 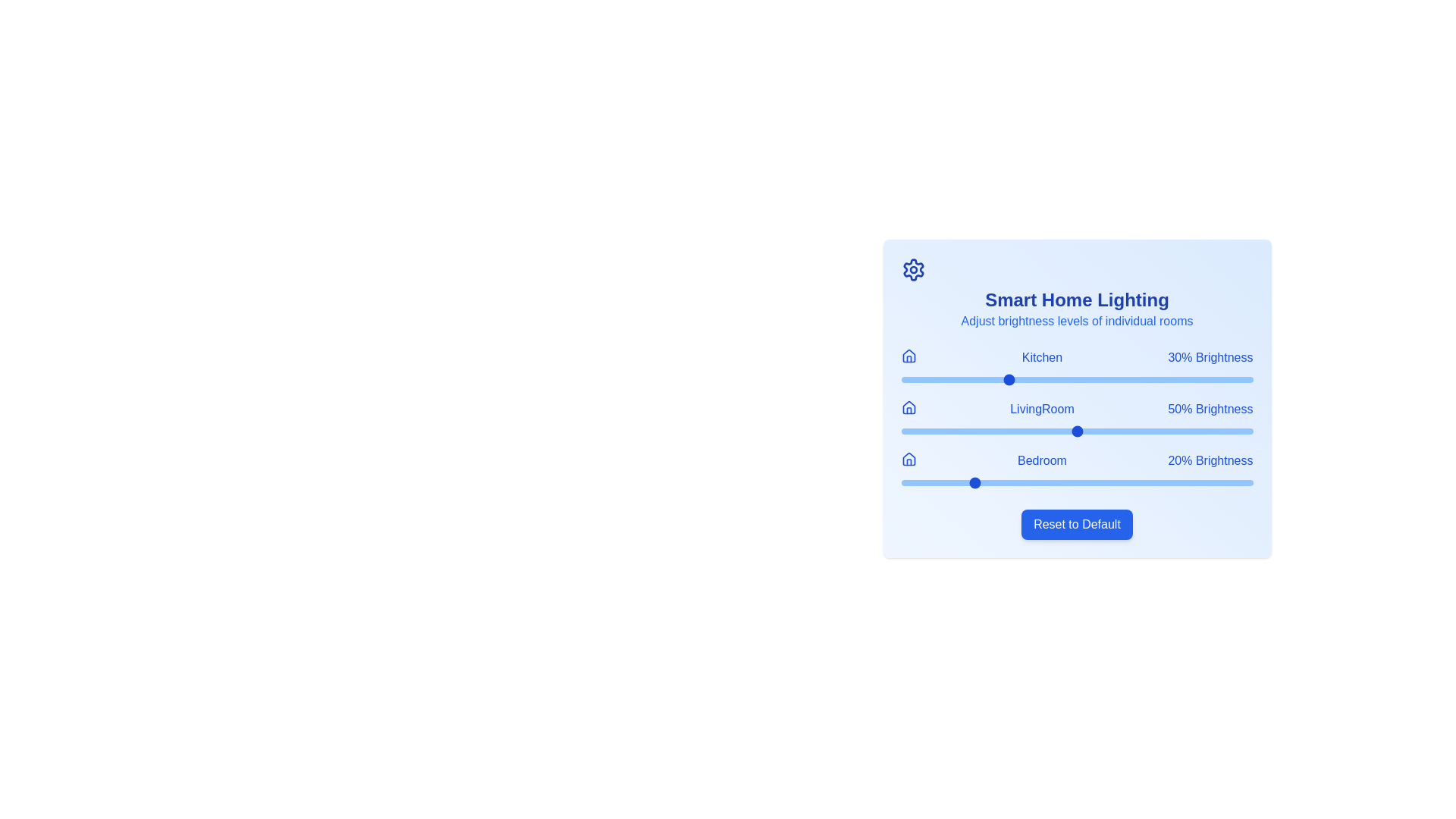 I want to click on the settings icon in the header, so click(x=912, y=268).